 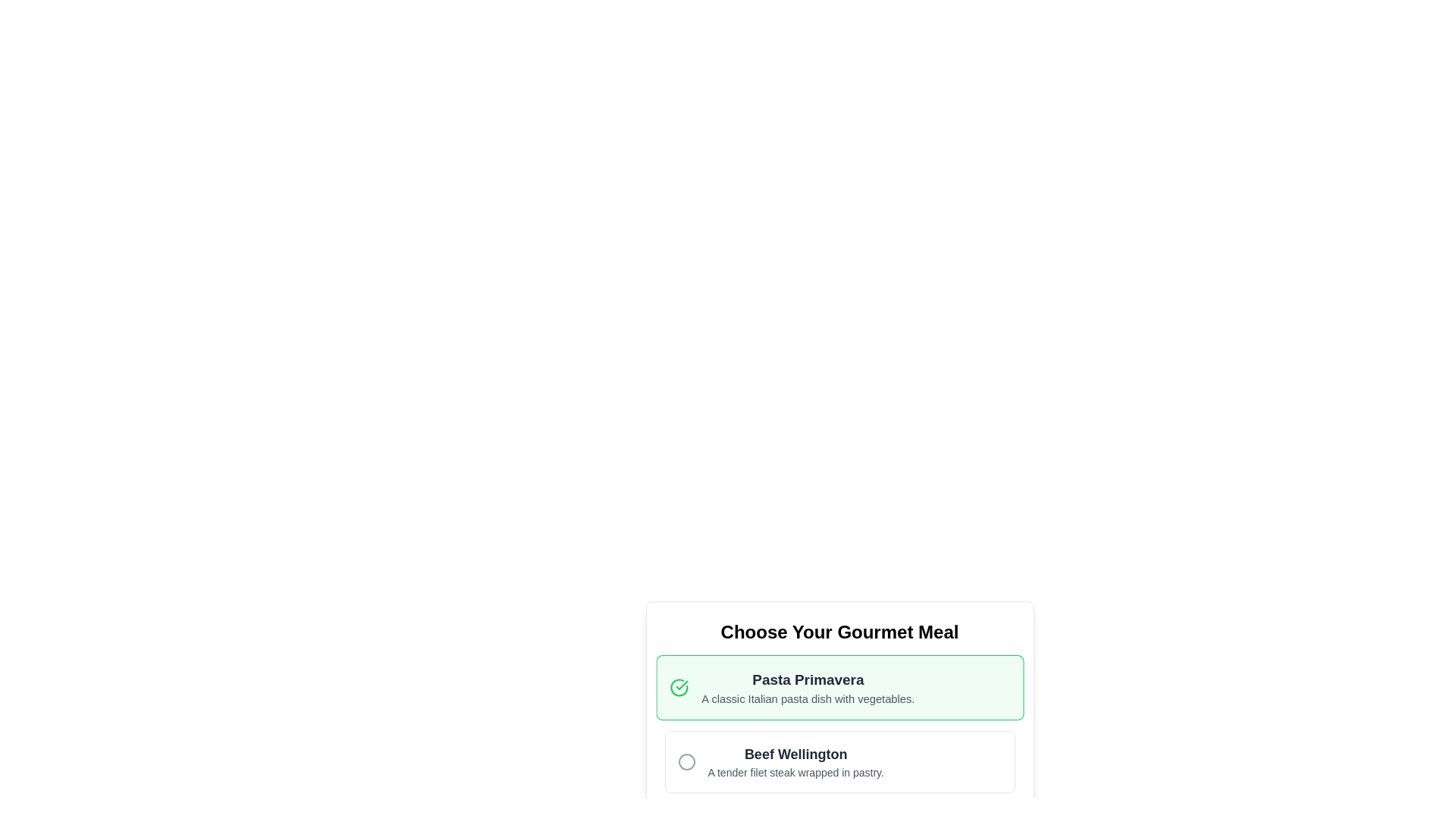 I want to click on the text label that is styled with a smaller gray font and located directly beneath the bolded title 'Beef Wellington' in the menu options list, so click(x=795, y=772).